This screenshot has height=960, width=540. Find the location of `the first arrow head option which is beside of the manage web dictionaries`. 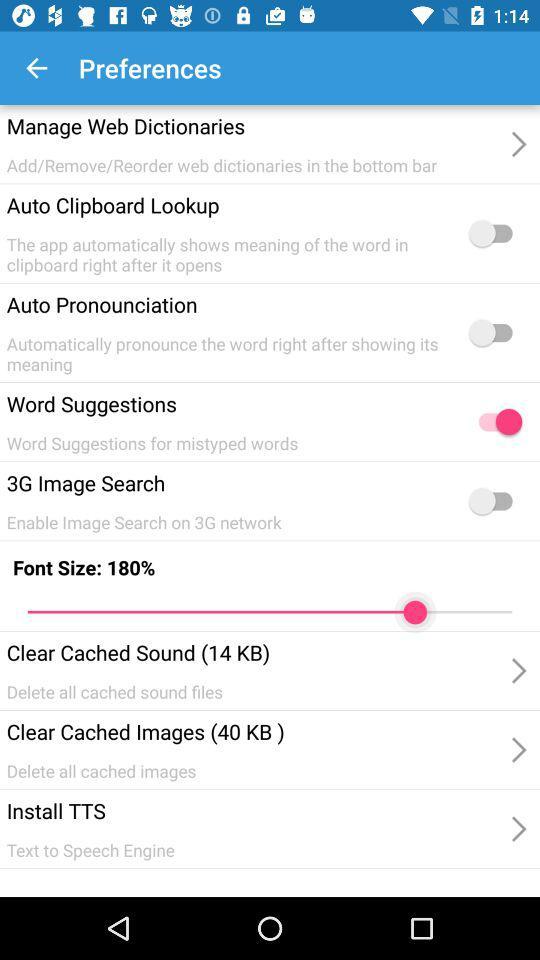

the first arrow head option which is beside of the manage web dictionaries is located at coordinates (517, 143).